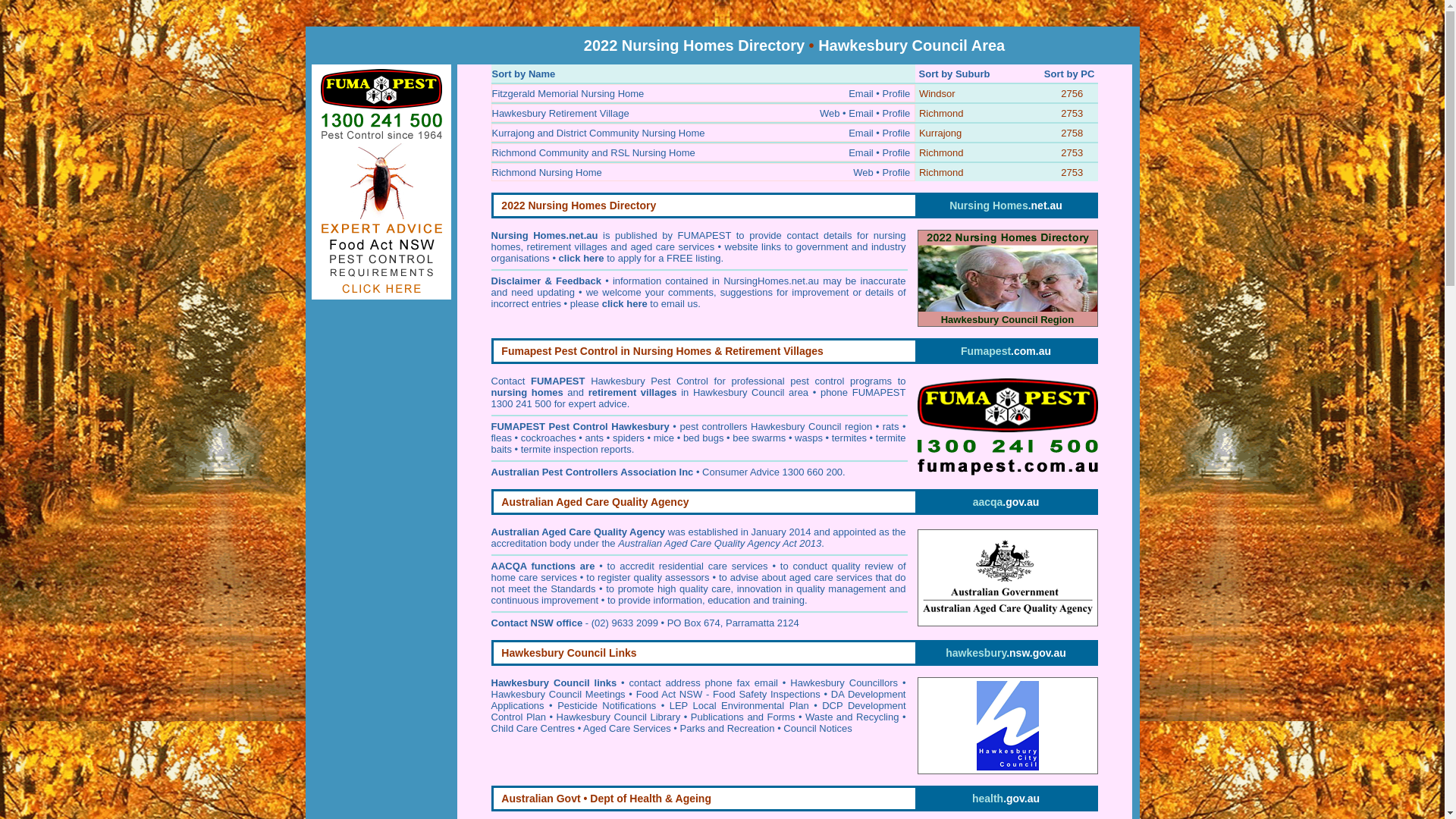  I want to click on 'Richmond', so click(918, 152).